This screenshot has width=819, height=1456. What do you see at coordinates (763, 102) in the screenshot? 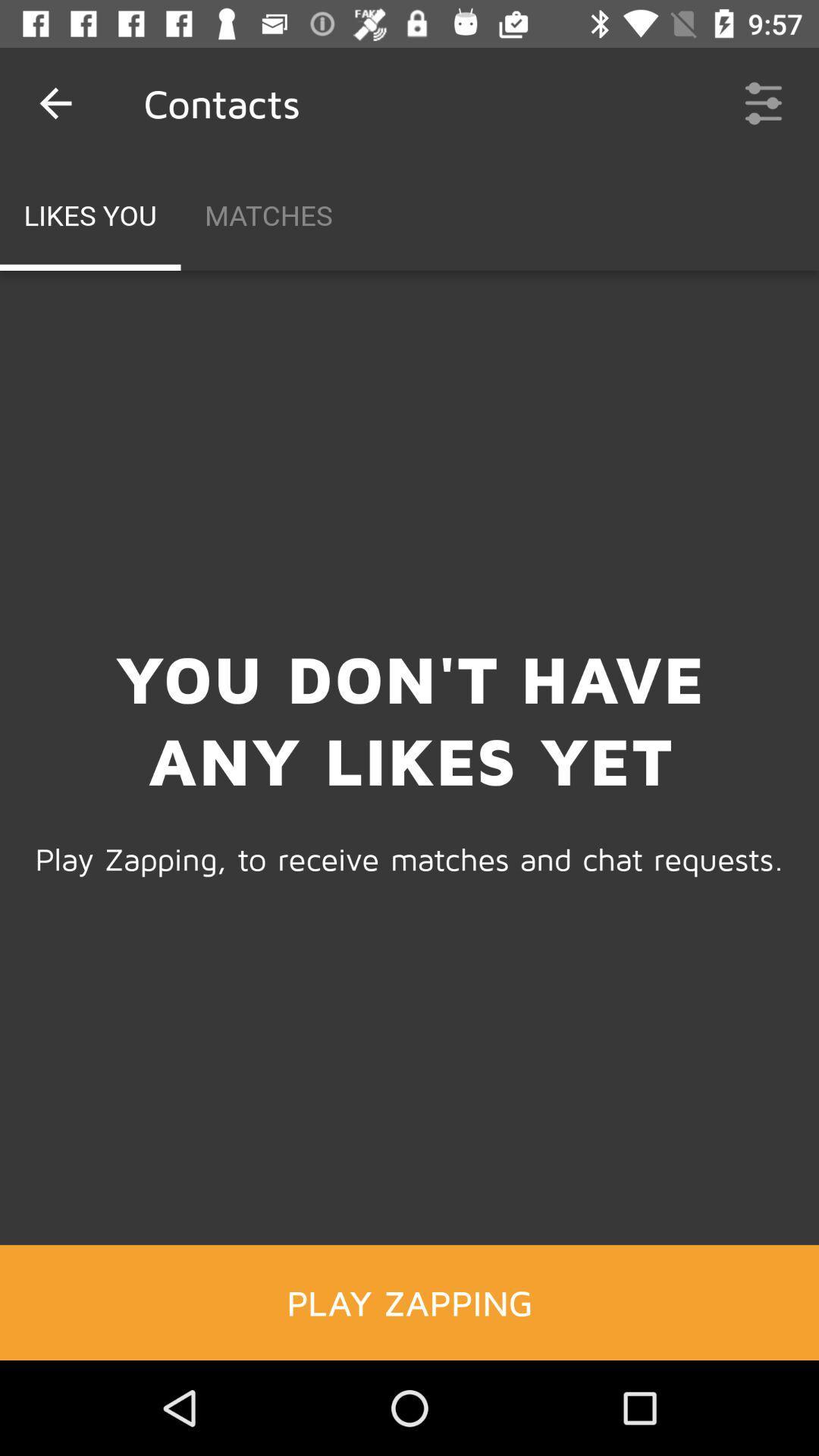
I see `the icon at the top right corner` at bounding box center [763, 102].